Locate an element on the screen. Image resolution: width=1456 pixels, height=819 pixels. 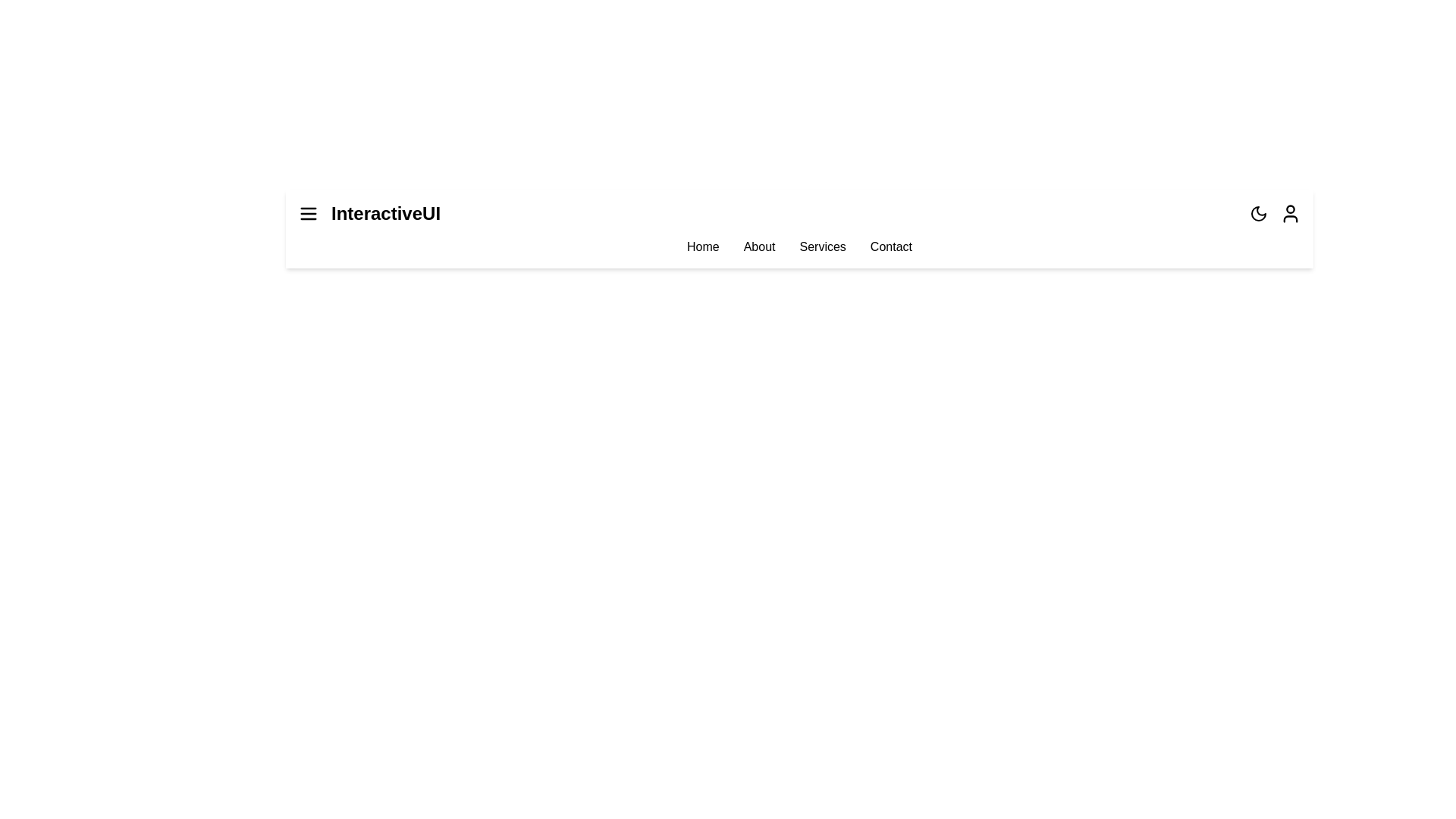
the menu item Home to navigate to the respective section is located at coordinates (701, 246).